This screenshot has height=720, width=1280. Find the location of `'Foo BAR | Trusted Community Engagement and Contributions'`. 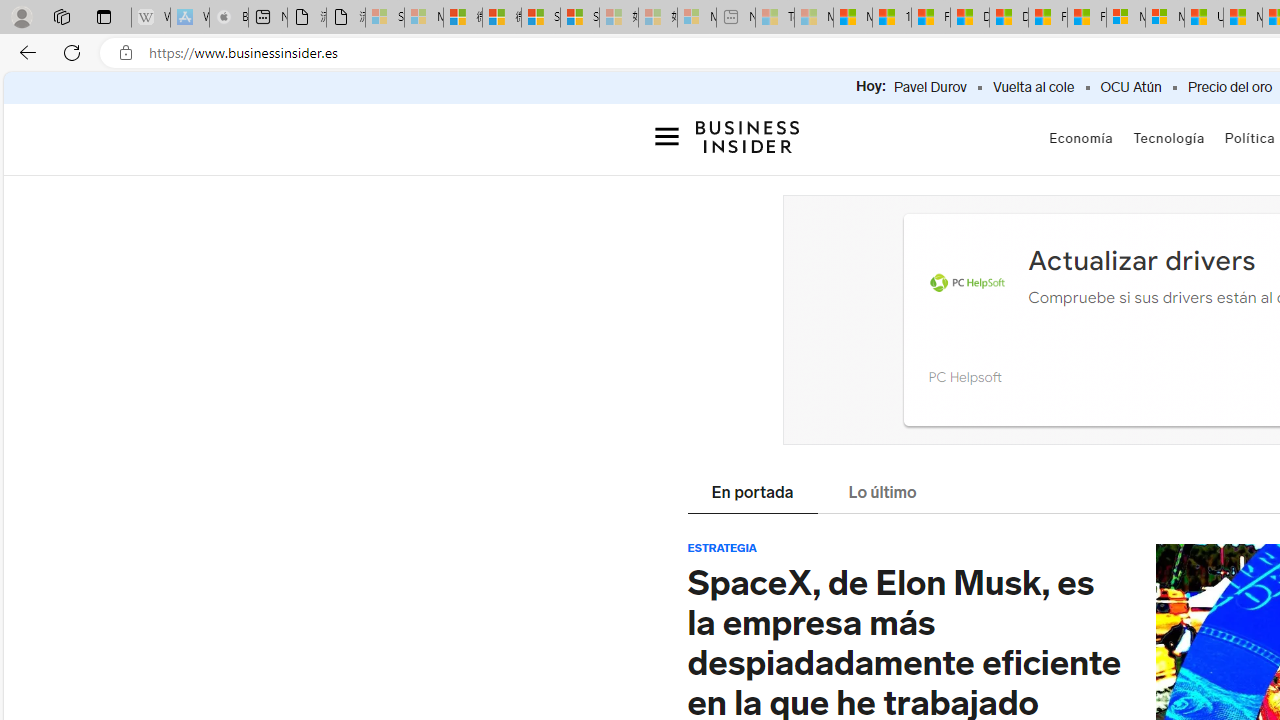

'Foo BAR | Trusted Community Engagement and Contributions' is located at coordinates (1085, 17).